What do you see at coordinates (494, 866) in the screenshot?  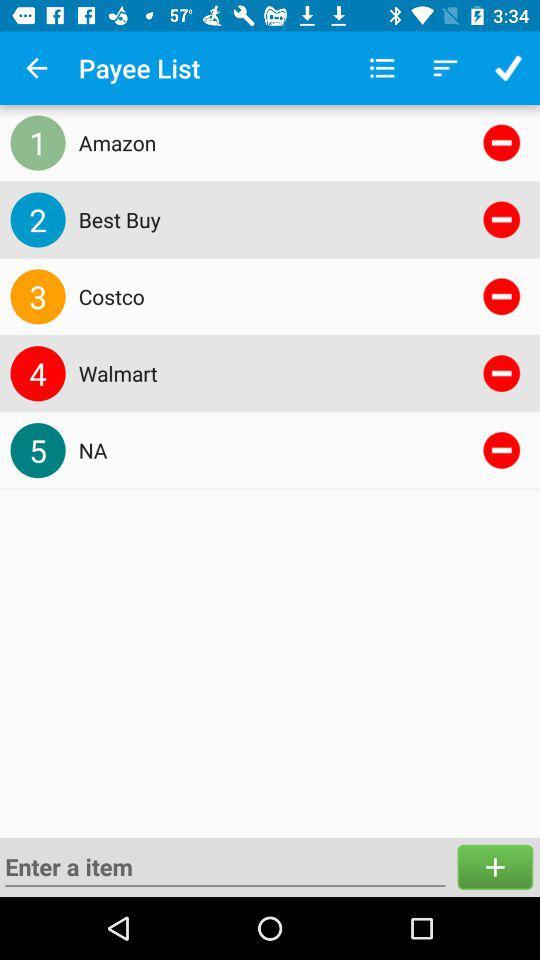 I see `icon at the bottom right corner` at bounding box center [494, 866].